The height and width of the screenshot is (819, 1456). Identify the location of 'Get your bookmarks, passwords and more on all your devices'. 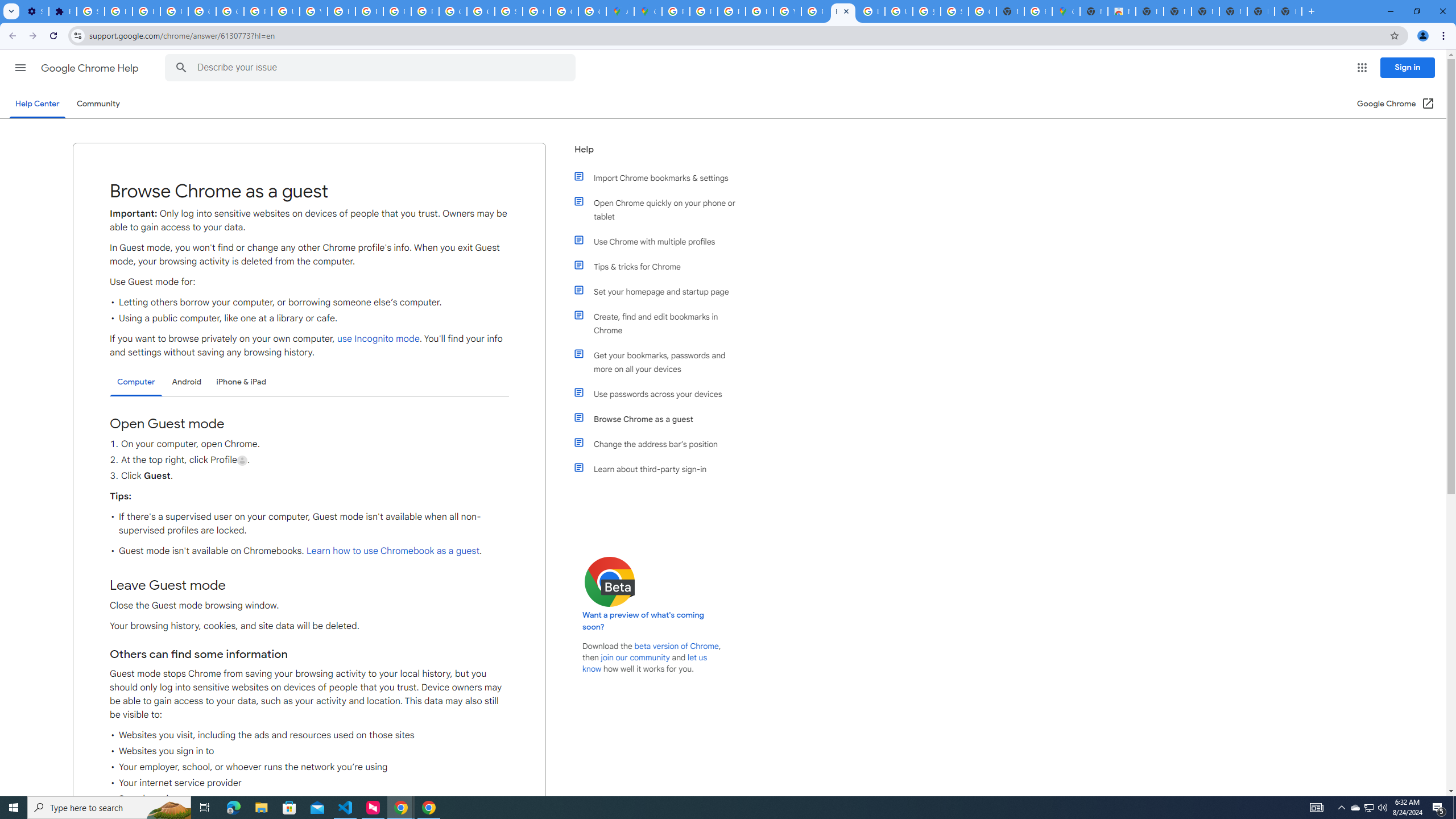
(661, 362).